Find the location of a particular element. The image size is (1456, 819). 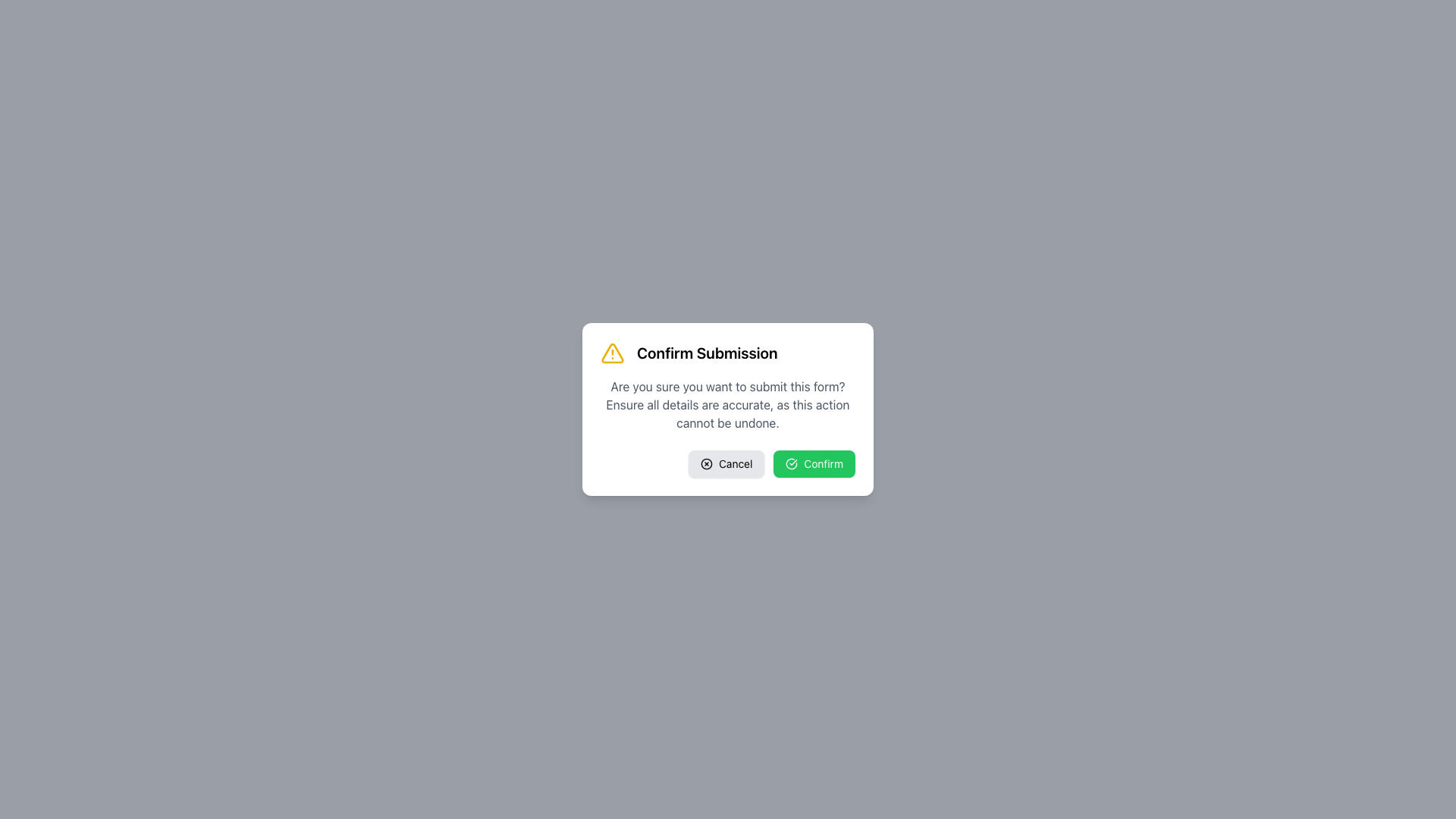

the green 'Confirm' button with rounded edges located at the bottom-right of the modal dialog box to confirm the operation is located at coordinates (814, 463).